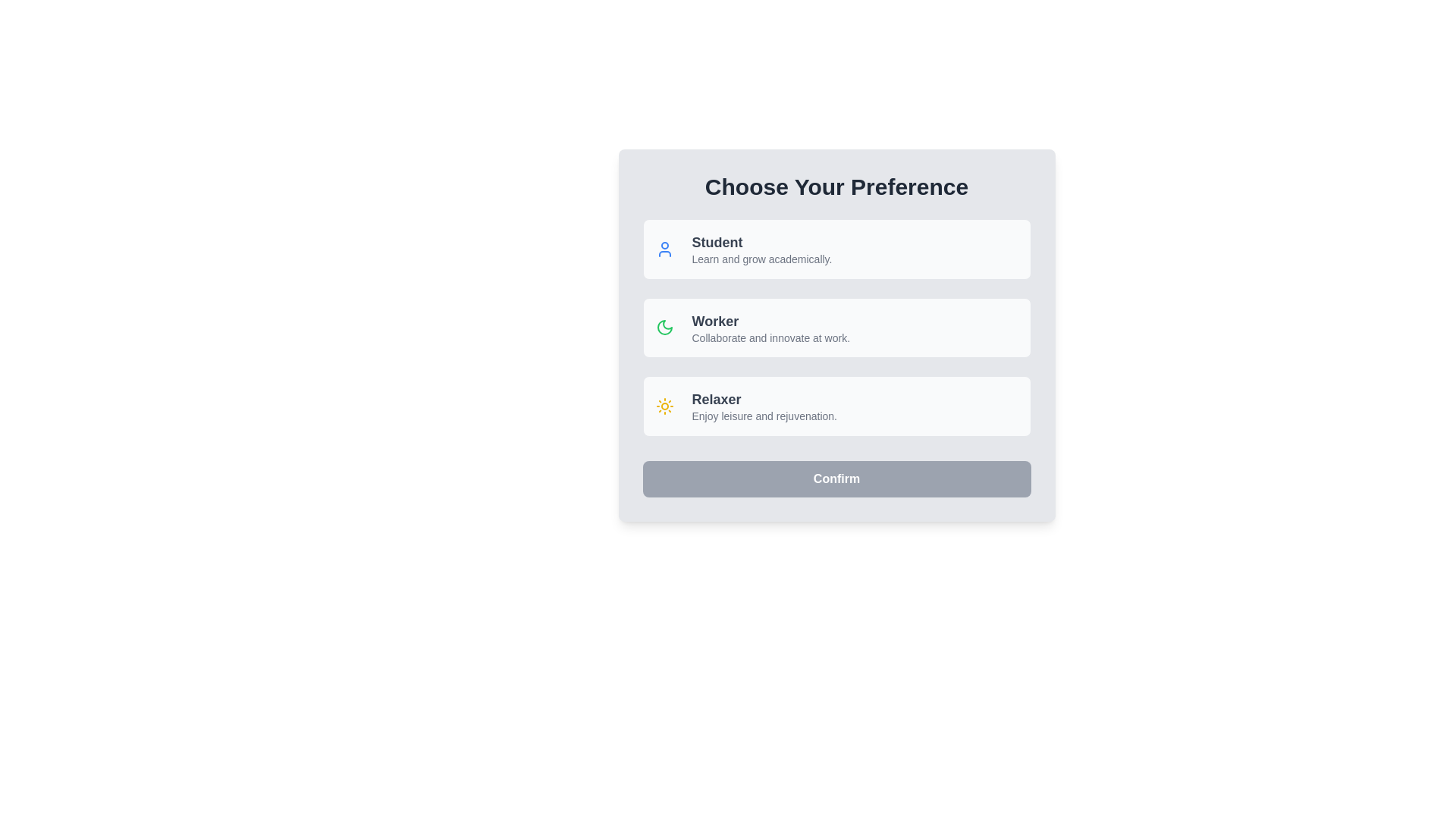  Describe the element at coordinates (746, 405) in the screenshot. I see `the third selectable card option labeled 'Relaxer' in the vertical list of preferences for leisure and relaxation` at that location.